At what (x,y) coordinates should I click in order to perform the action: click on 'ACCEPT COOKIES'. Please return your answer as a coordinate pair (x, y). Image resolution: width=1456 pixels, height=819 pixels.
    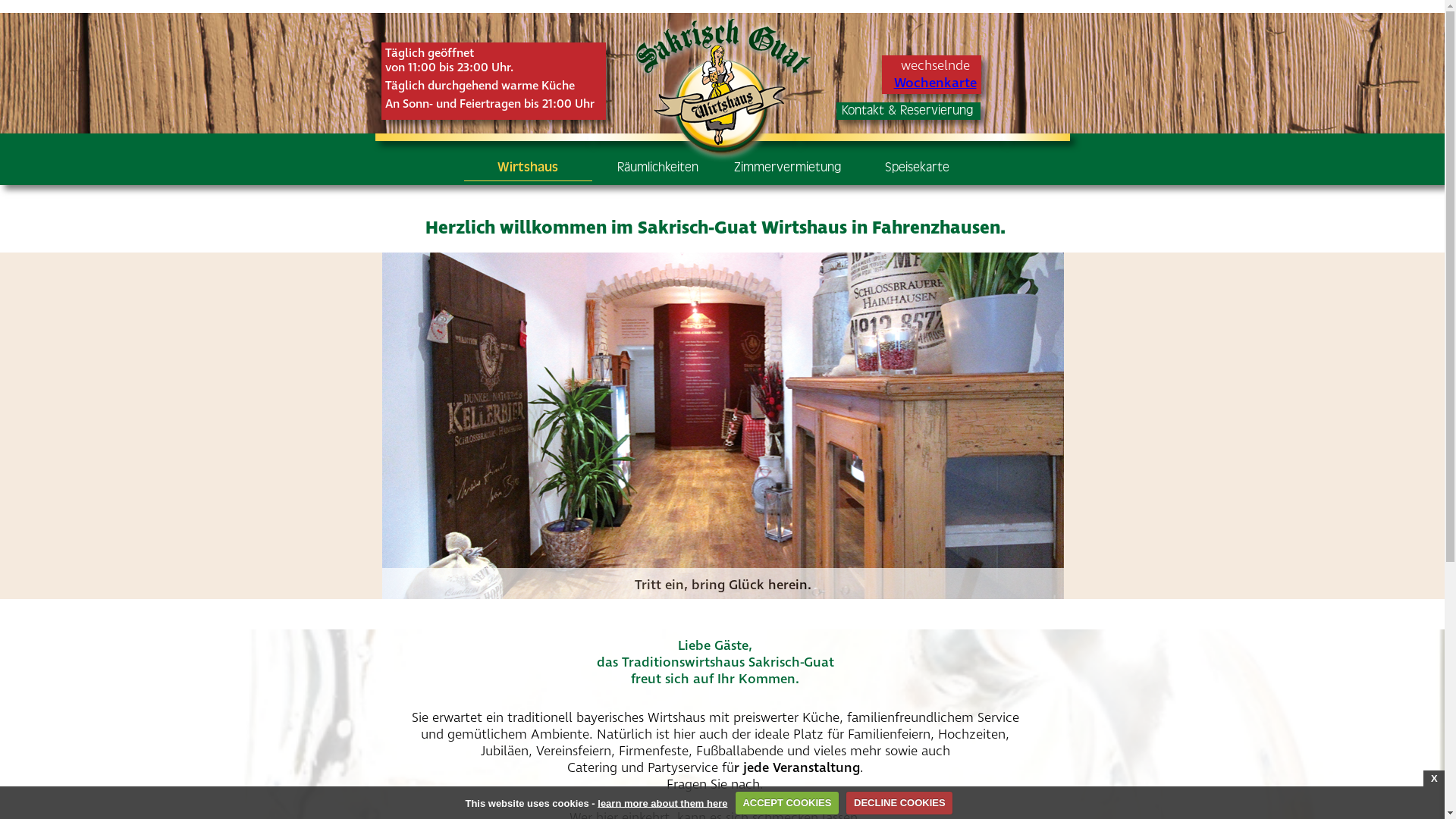
    Looking at the image, I should click on (787, 802).